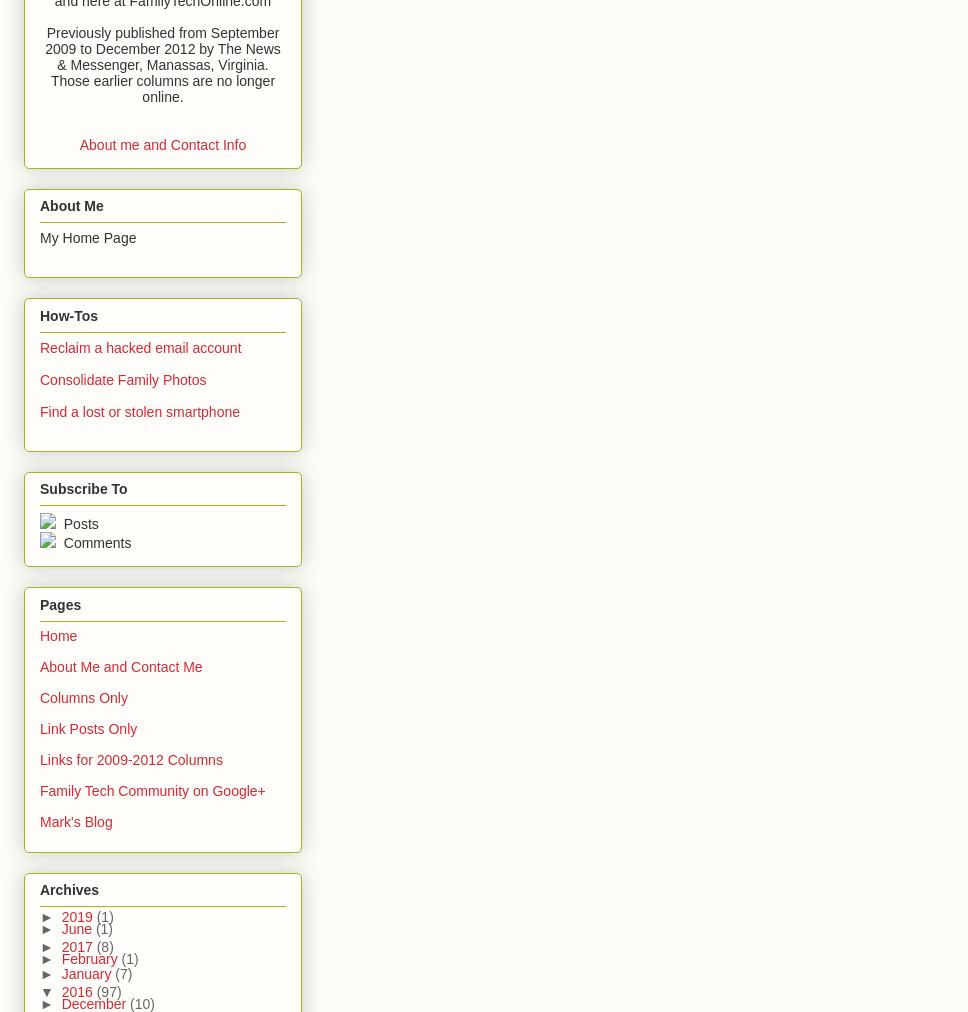 The width and height of the screenshot is (968, 1012). What do you see at coordinates (39, 728) in the screenshot?
I see `'Link Posts Only'` at bounding box center [39, 728].